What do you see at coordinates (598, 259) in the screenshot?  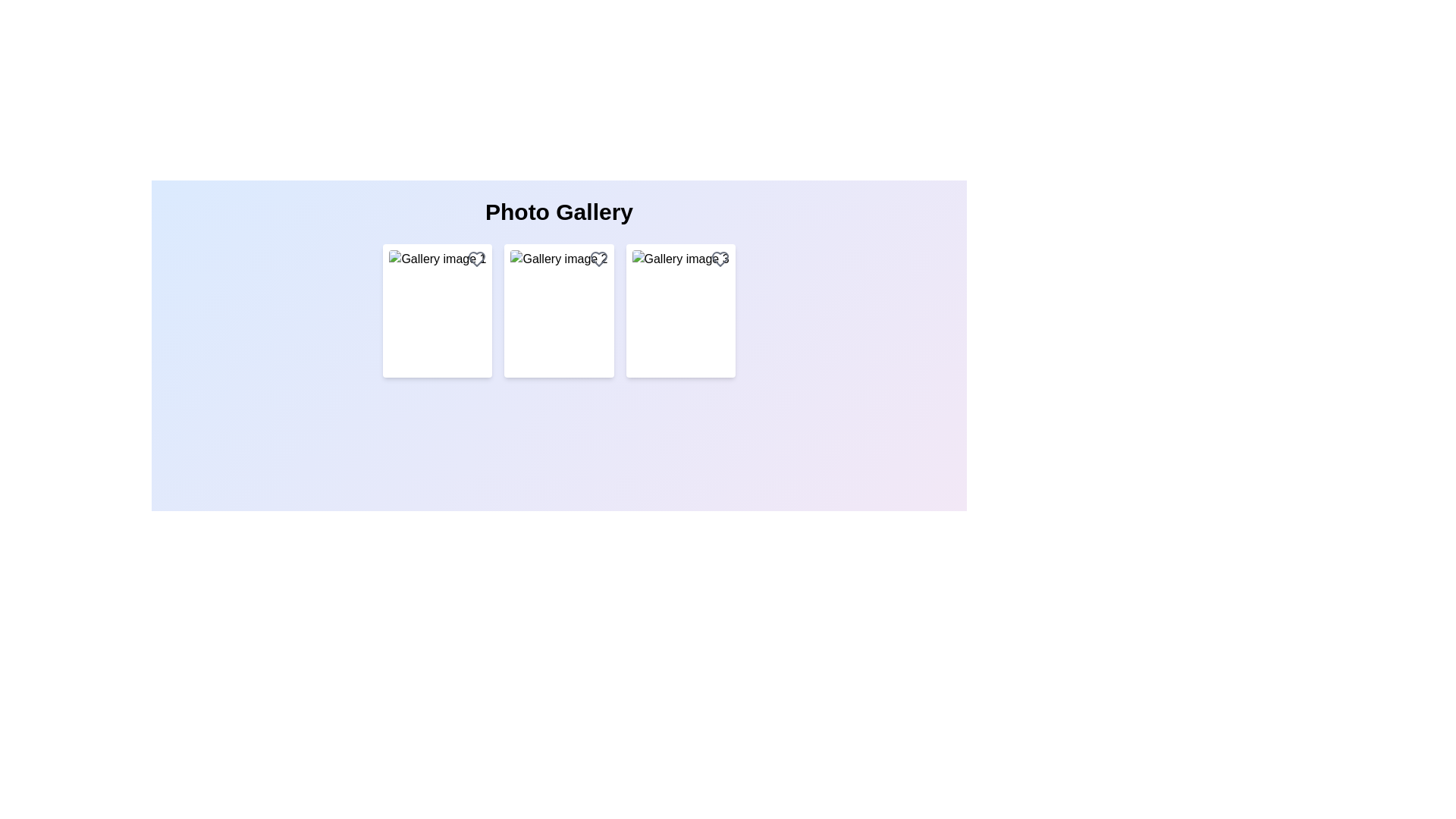 I see `the heart icon located at the top-right corner of the second gallery item in the set of three visible cards, which allows users to mark the gallery item as liked or add it to a favorites list` at bounding box center [598, 259].